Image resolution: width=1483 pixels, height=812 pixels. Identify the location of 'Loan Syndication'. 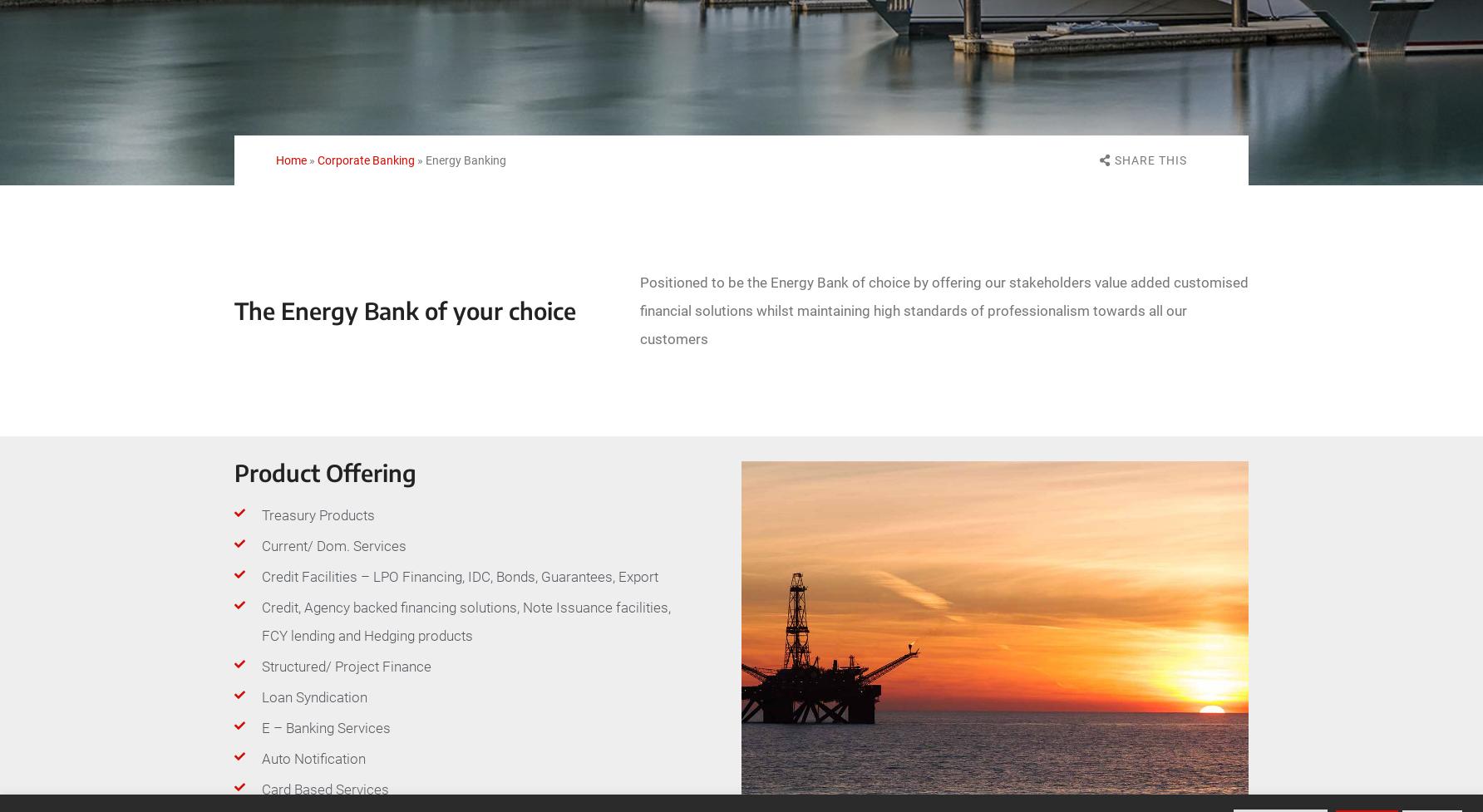
(262, 696).